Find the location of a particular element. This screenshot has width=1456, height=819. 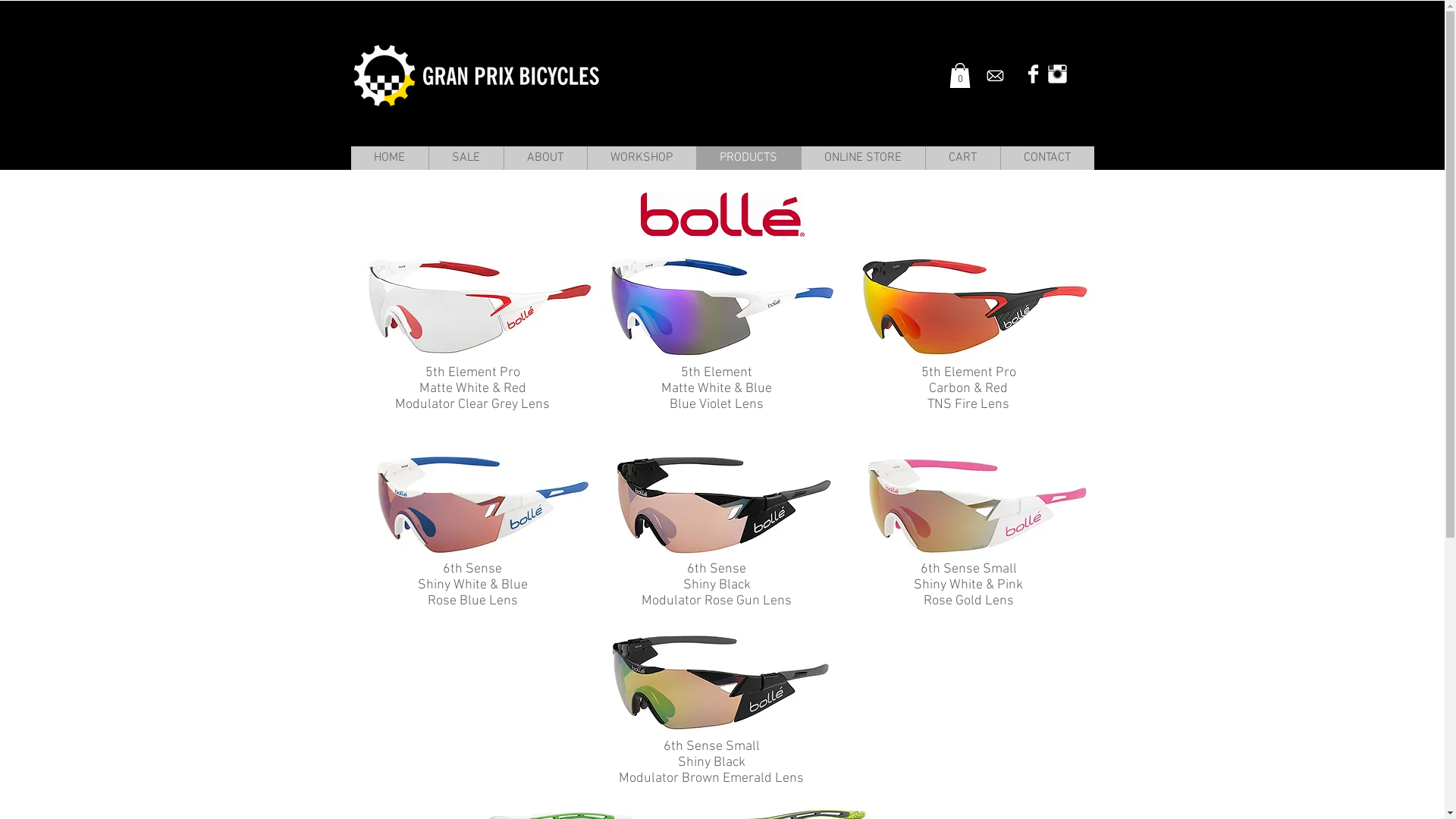

'0' is located at coordinates (949, 75).